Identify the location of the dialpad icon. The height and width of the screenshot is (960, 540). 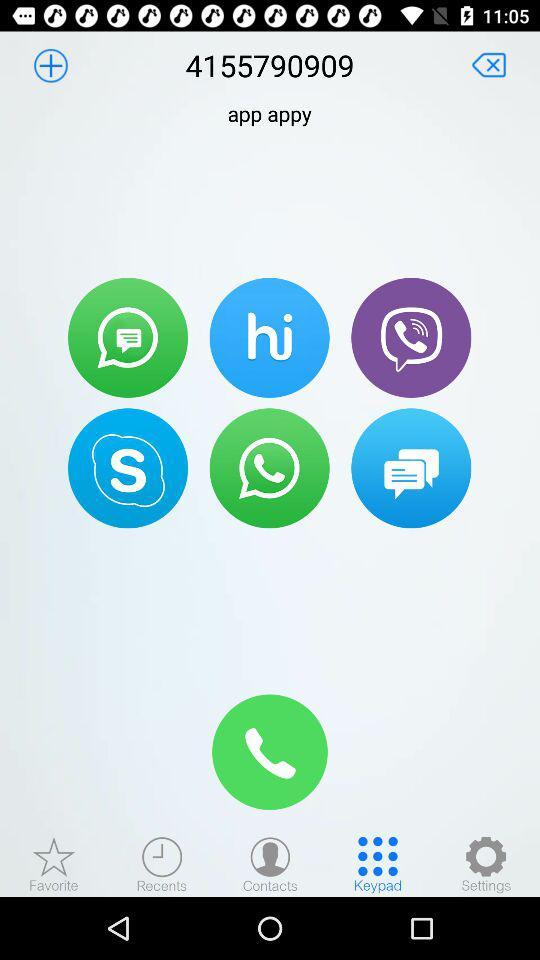
(378, 863).